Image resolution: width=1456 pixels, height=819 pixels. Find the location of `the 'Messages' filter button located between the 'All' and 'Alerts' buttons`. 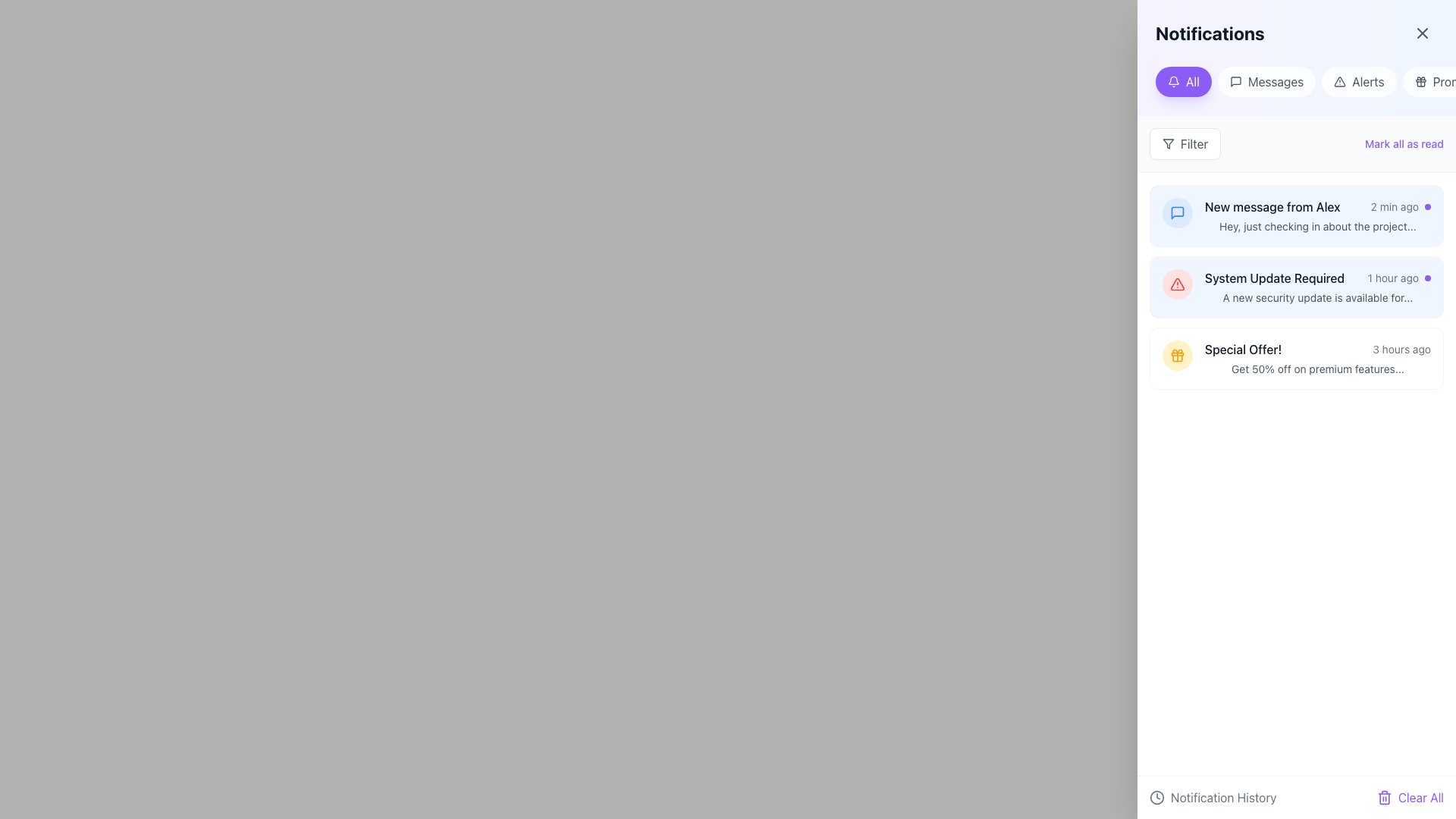

the 'Messages' filter button located between the 'All' and 'Alerts' buttons is located at coordinates (1266, 82).